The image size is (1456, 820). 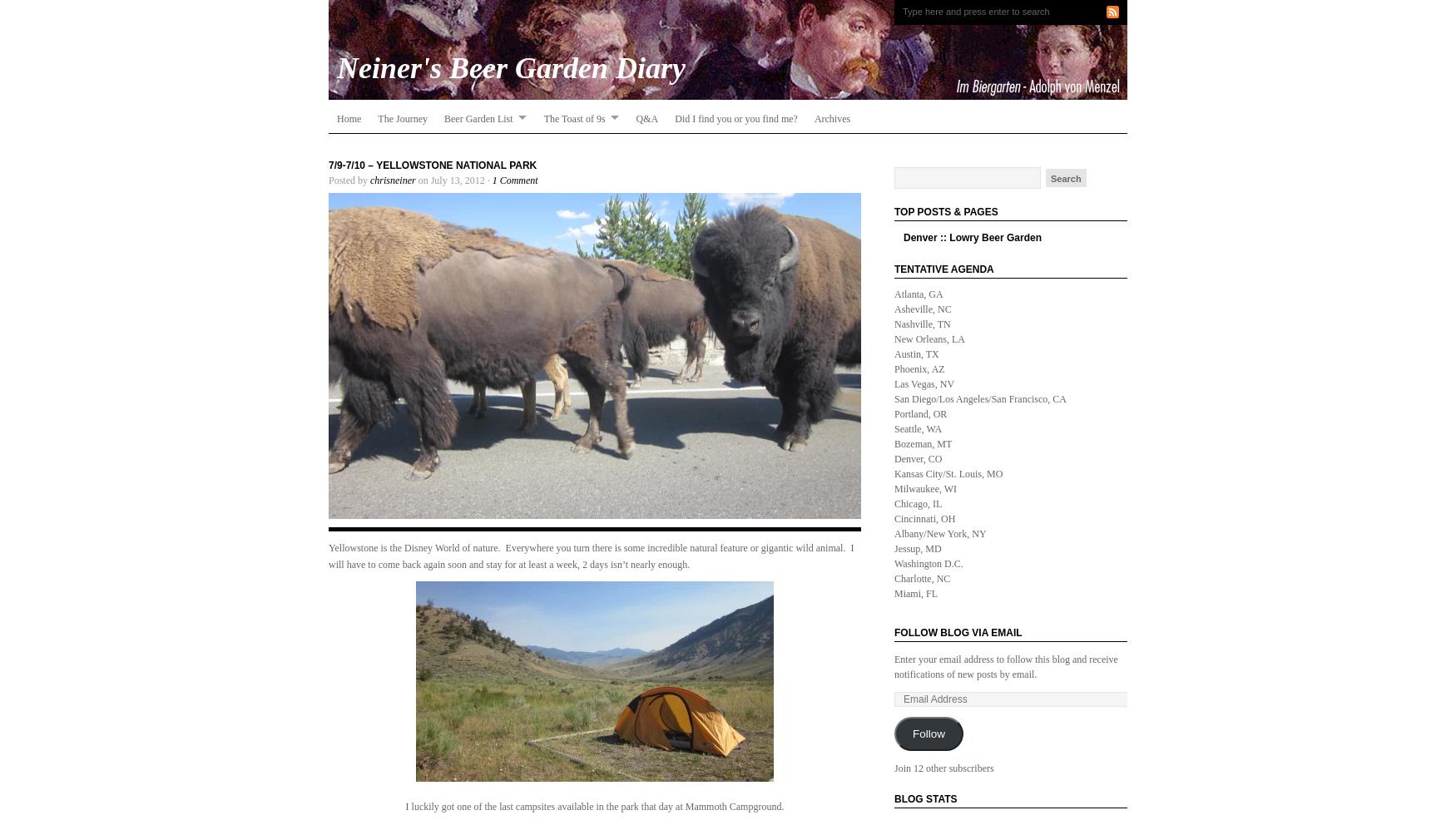 I want to click on 'Denver, CO', so click(x=918, y=457).